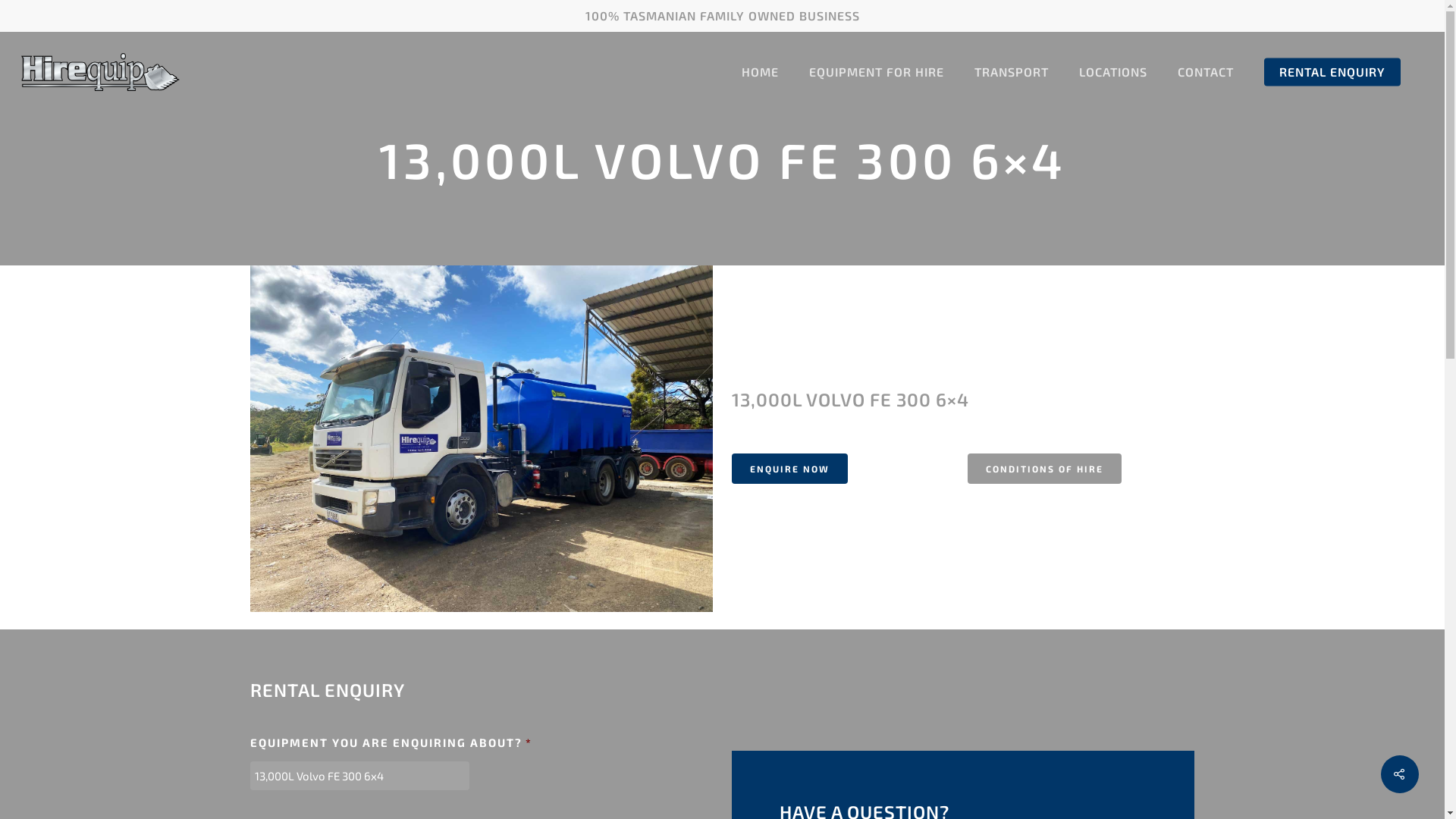  Describe the element at coordinates (789, 467) in the screenshot. I see `'ENQUIRE NOW'` at that location.